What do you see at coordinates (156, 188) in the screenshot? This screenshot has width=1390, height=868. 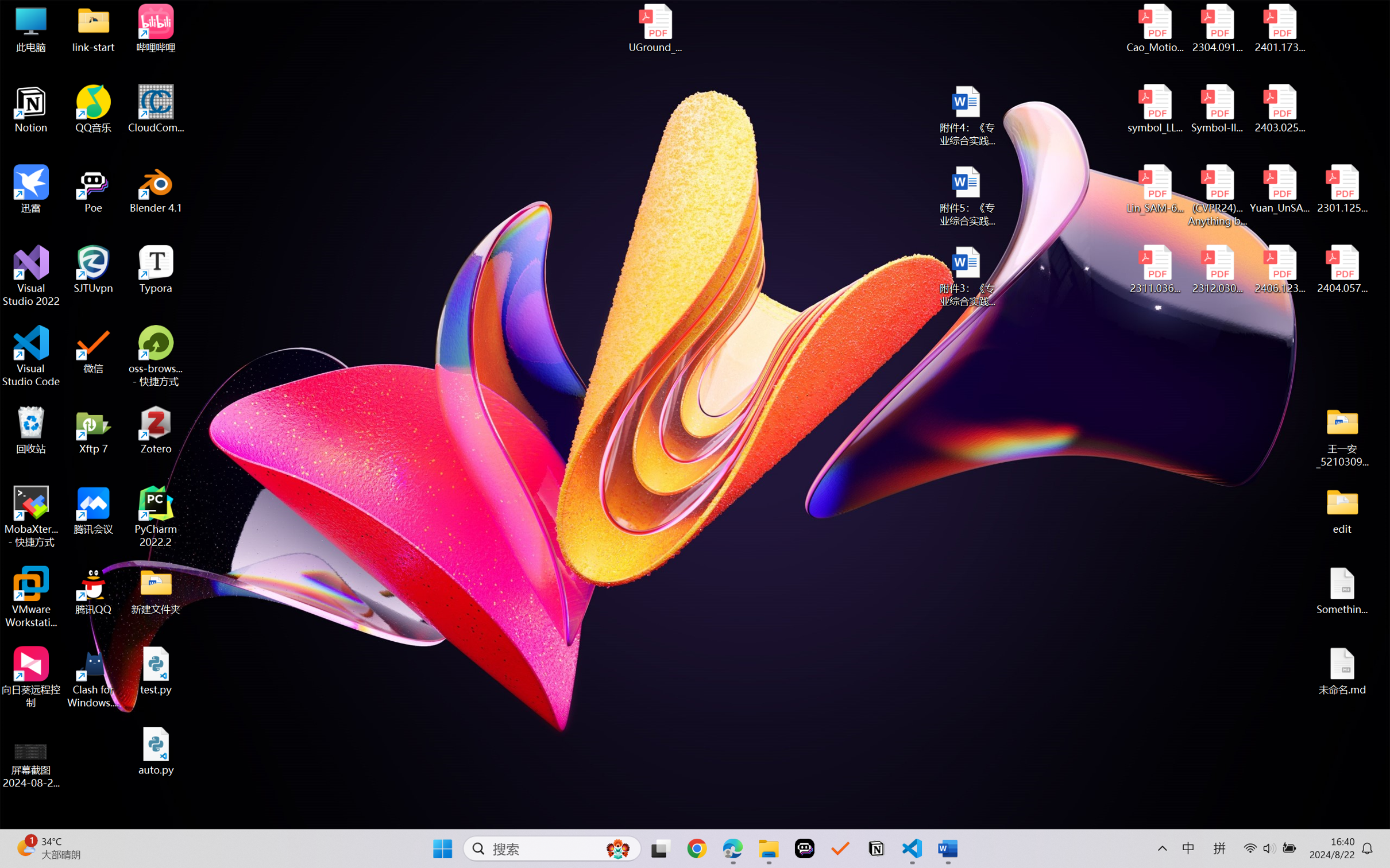 I see `'Blender 4.1'` at bounding box center [156, 188].